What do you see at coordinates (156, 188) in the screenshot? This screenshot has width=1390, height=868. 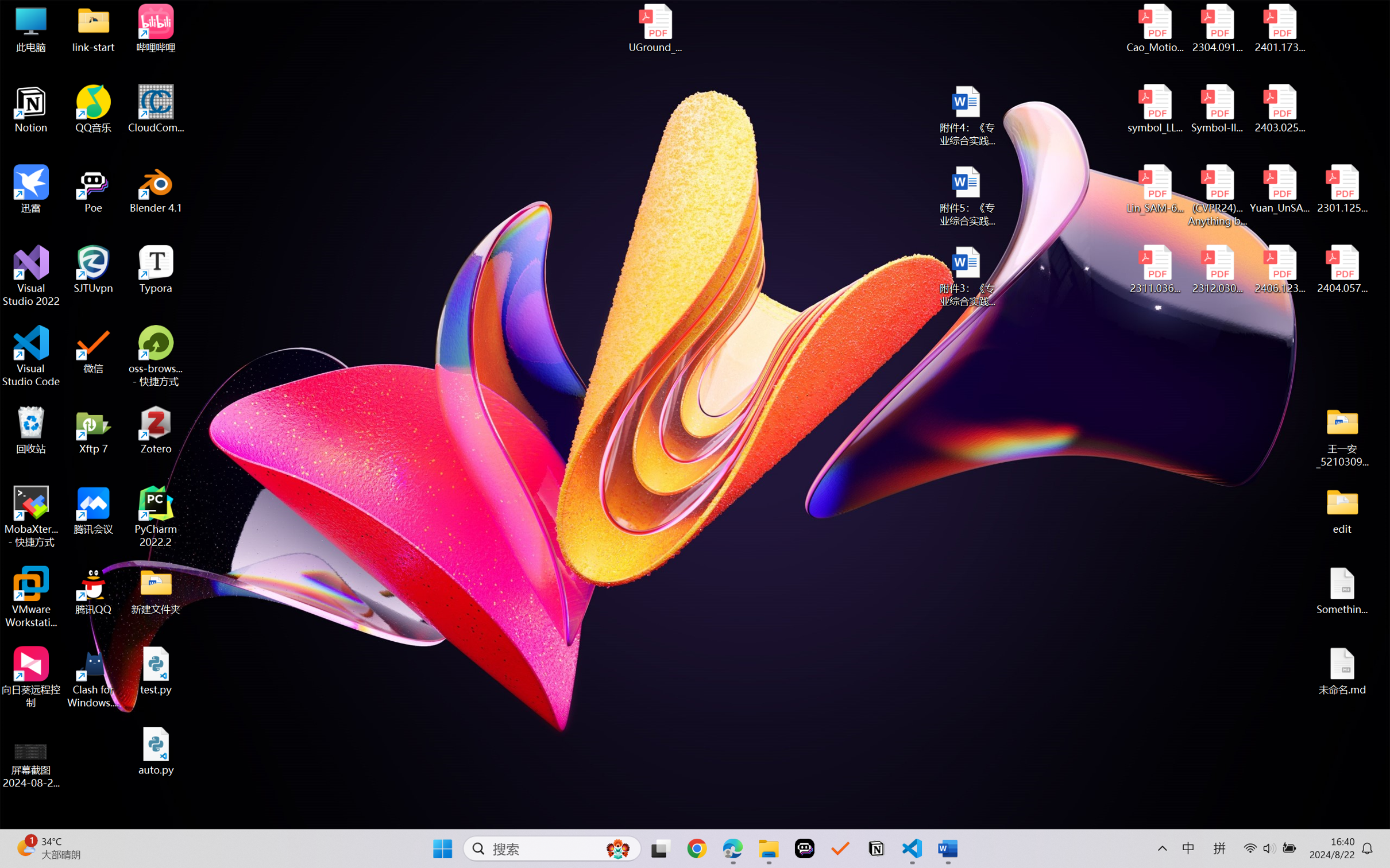 I see `'Blender 4.1'` at bounding box center [156, 188].